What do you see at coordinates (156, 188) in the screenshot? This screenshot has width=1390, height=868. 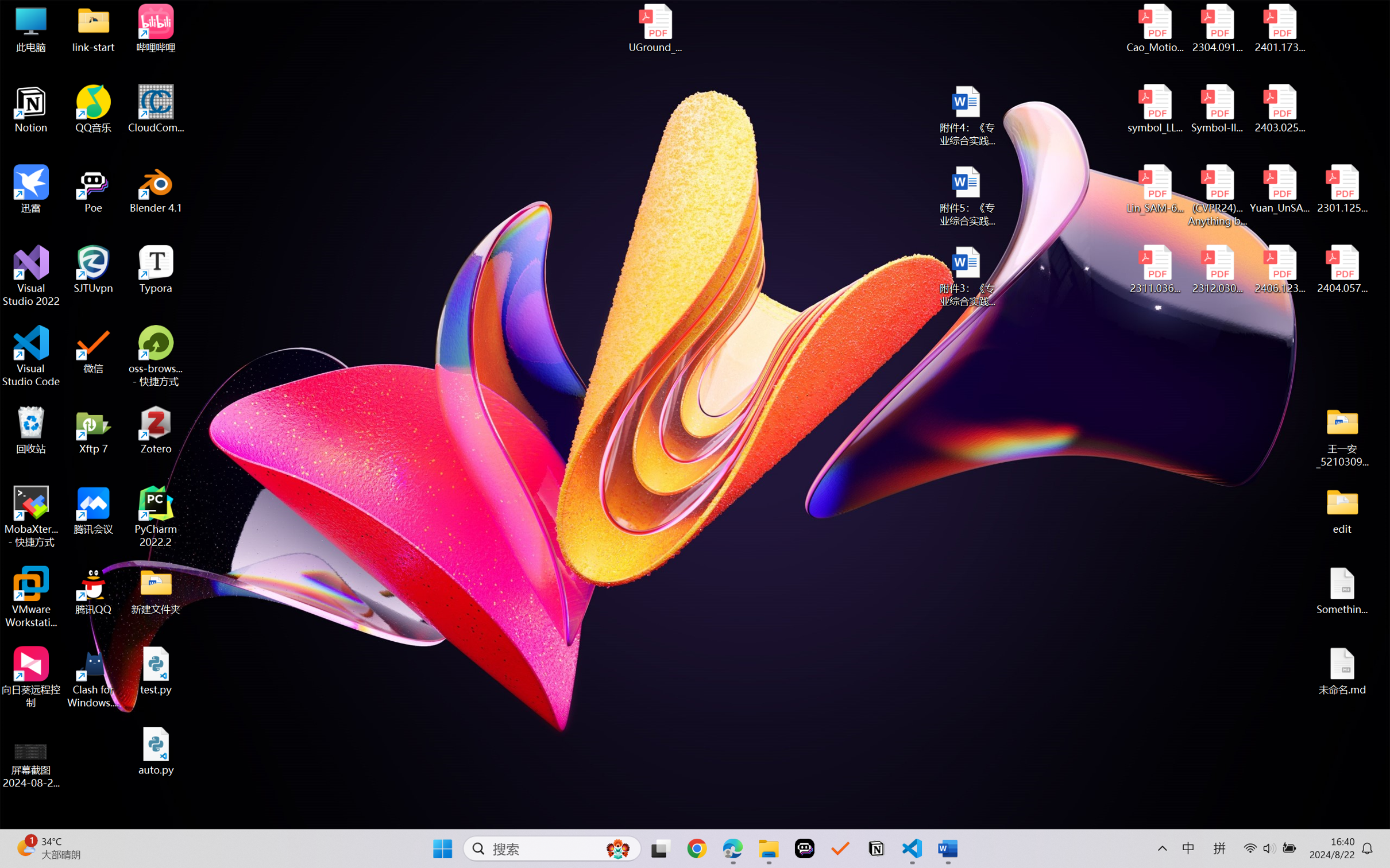 I see `'Blender 4.1'` at bounding box center [156, 188].